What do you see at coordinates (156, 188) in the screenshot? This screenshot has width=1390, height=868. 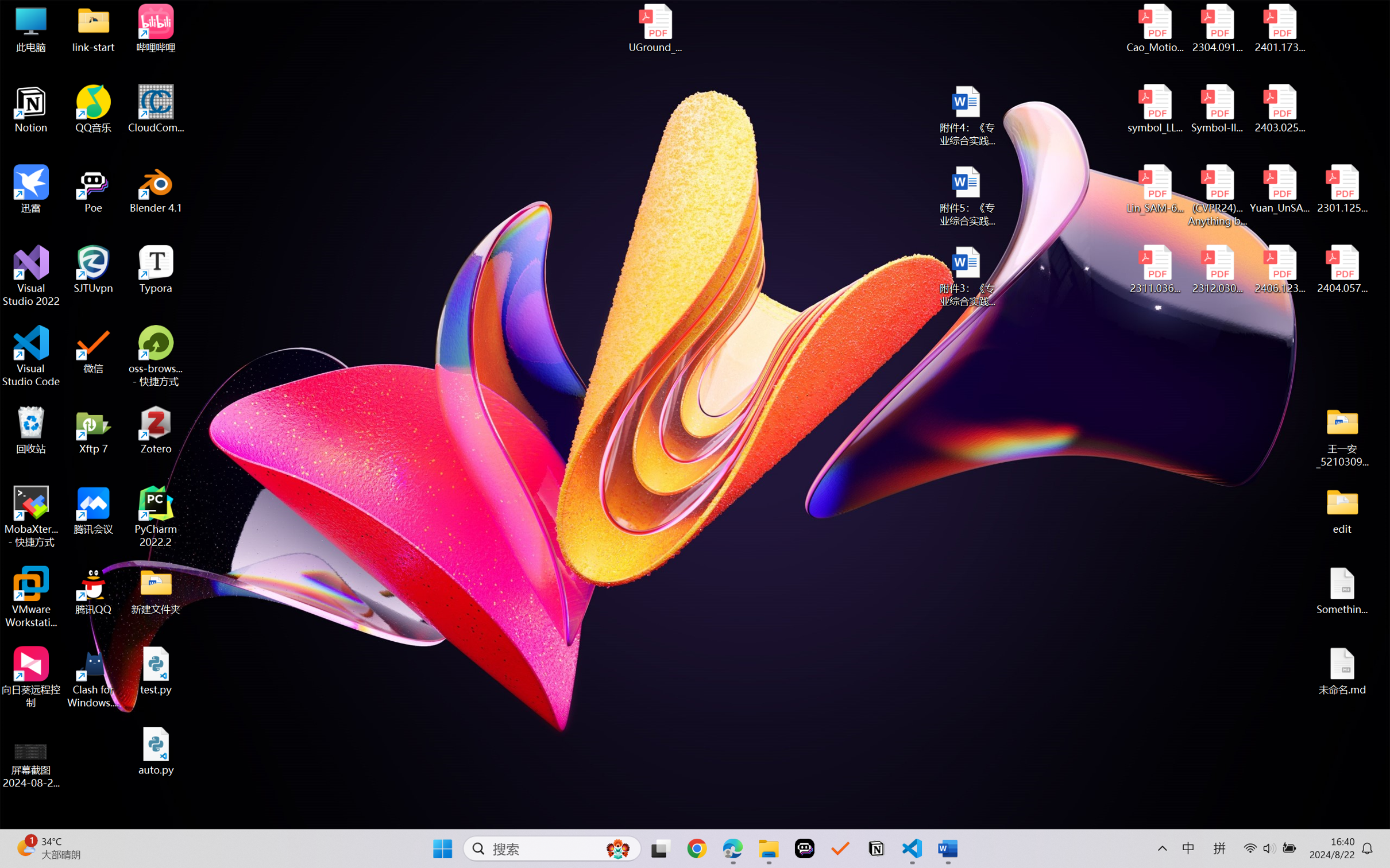 I see `'Blender 4.1'` at bounding box center [156, 188].